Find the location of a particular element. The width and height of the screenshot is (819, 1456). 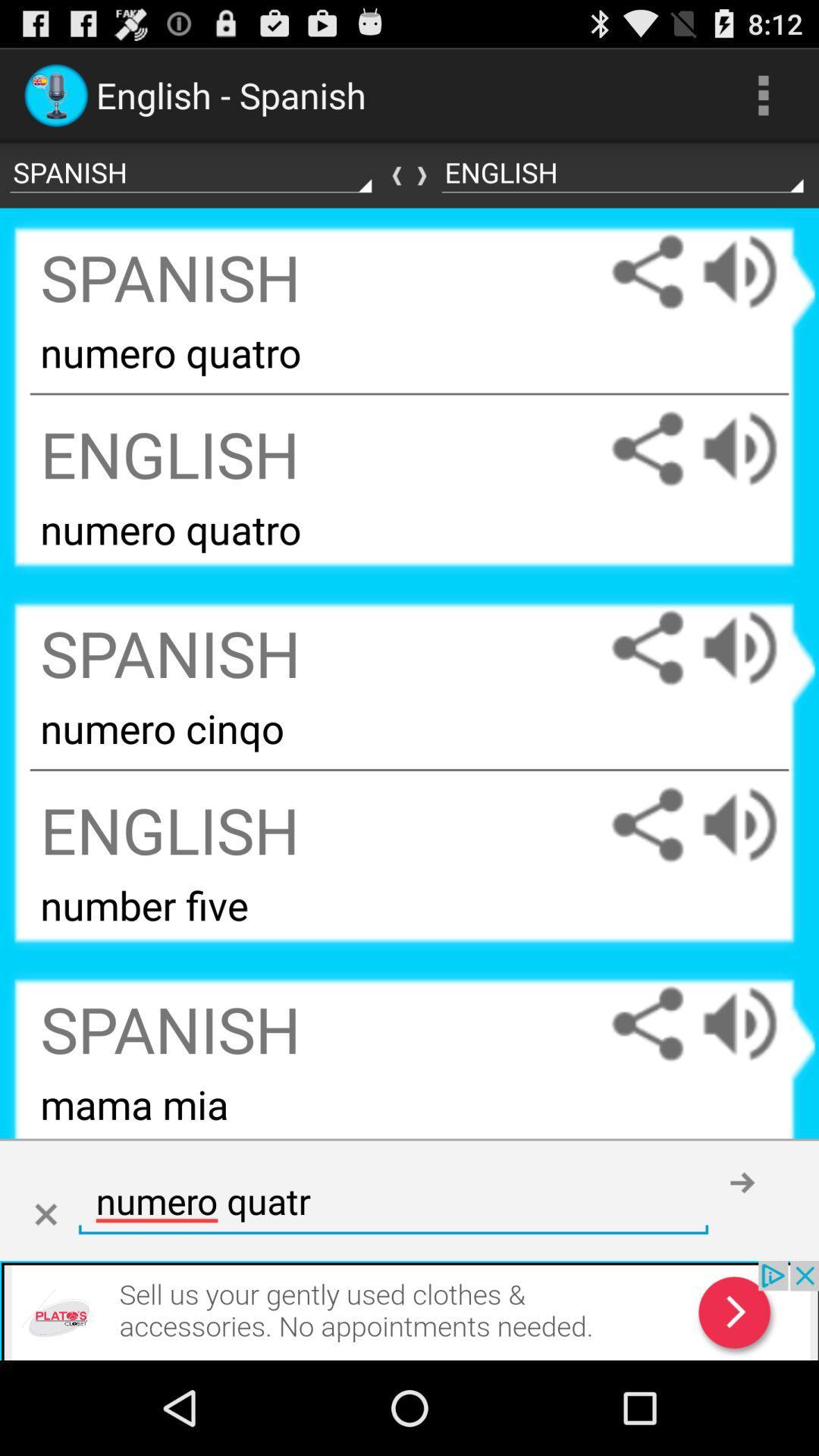

a button to share the word is located at coordinates (647, 648).